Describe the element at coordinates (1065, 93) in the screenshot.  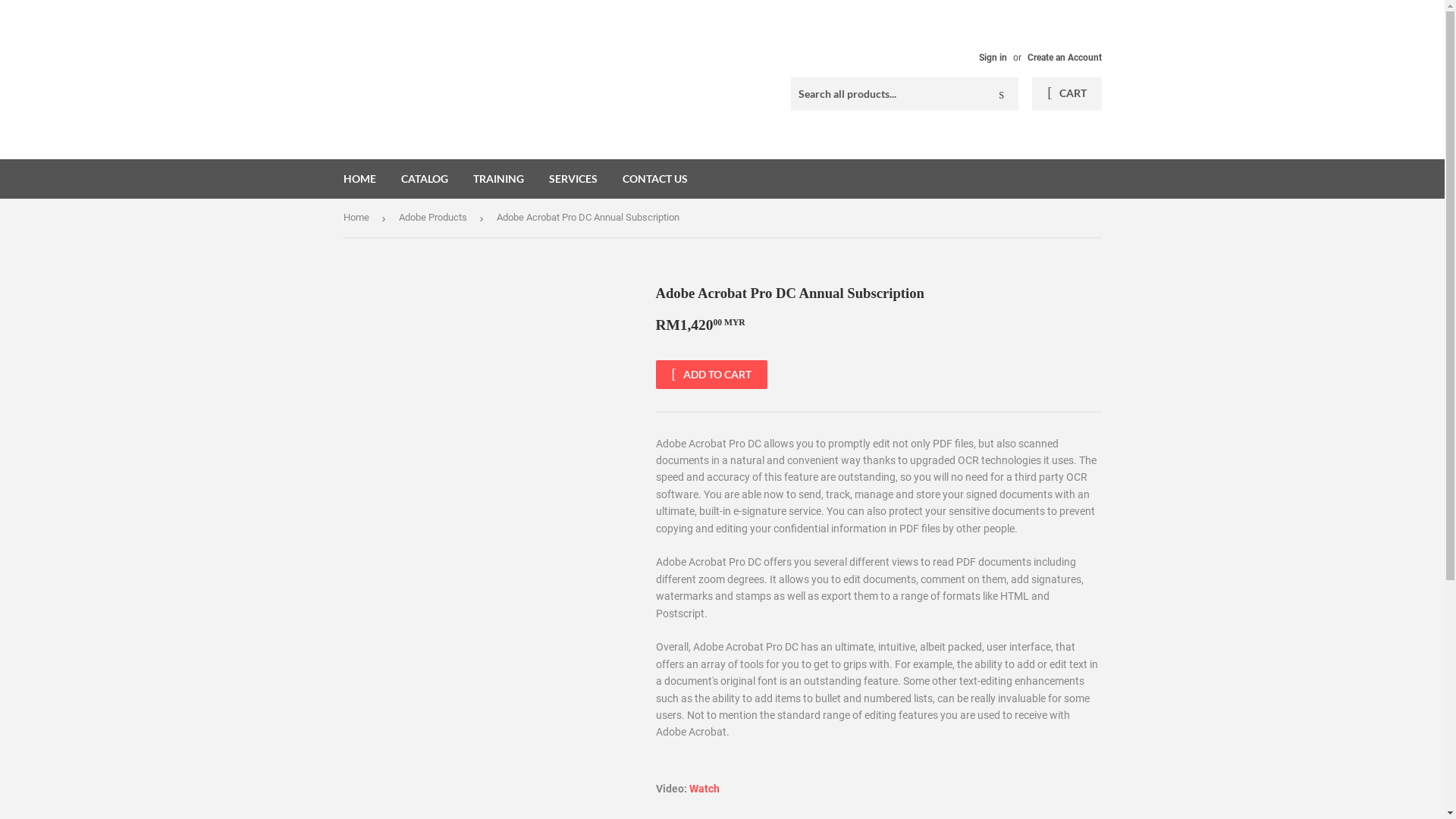
I see `'CART'` at that location.